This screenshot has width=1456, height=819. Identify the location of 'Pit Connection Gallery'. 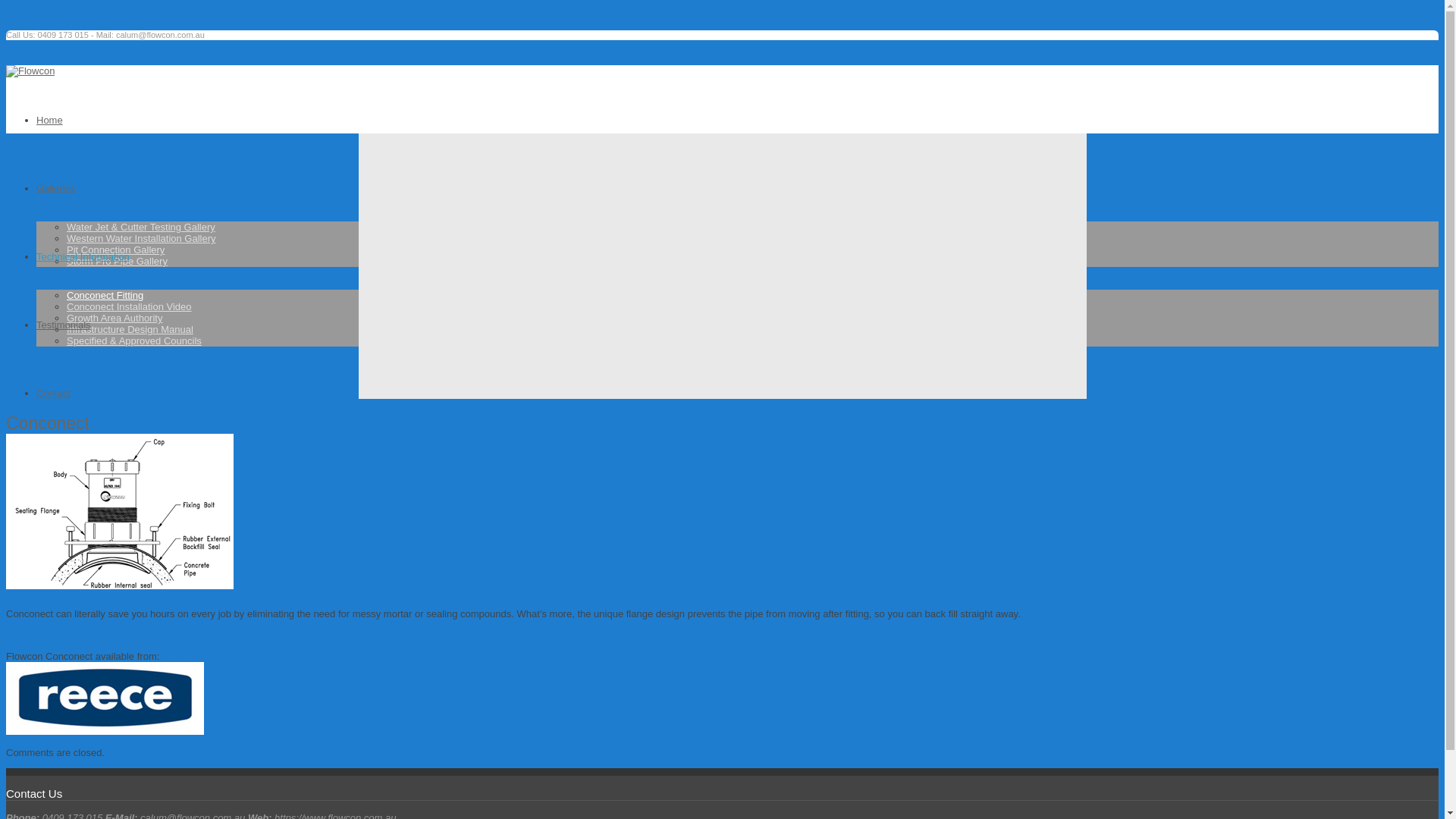
(115, 249).